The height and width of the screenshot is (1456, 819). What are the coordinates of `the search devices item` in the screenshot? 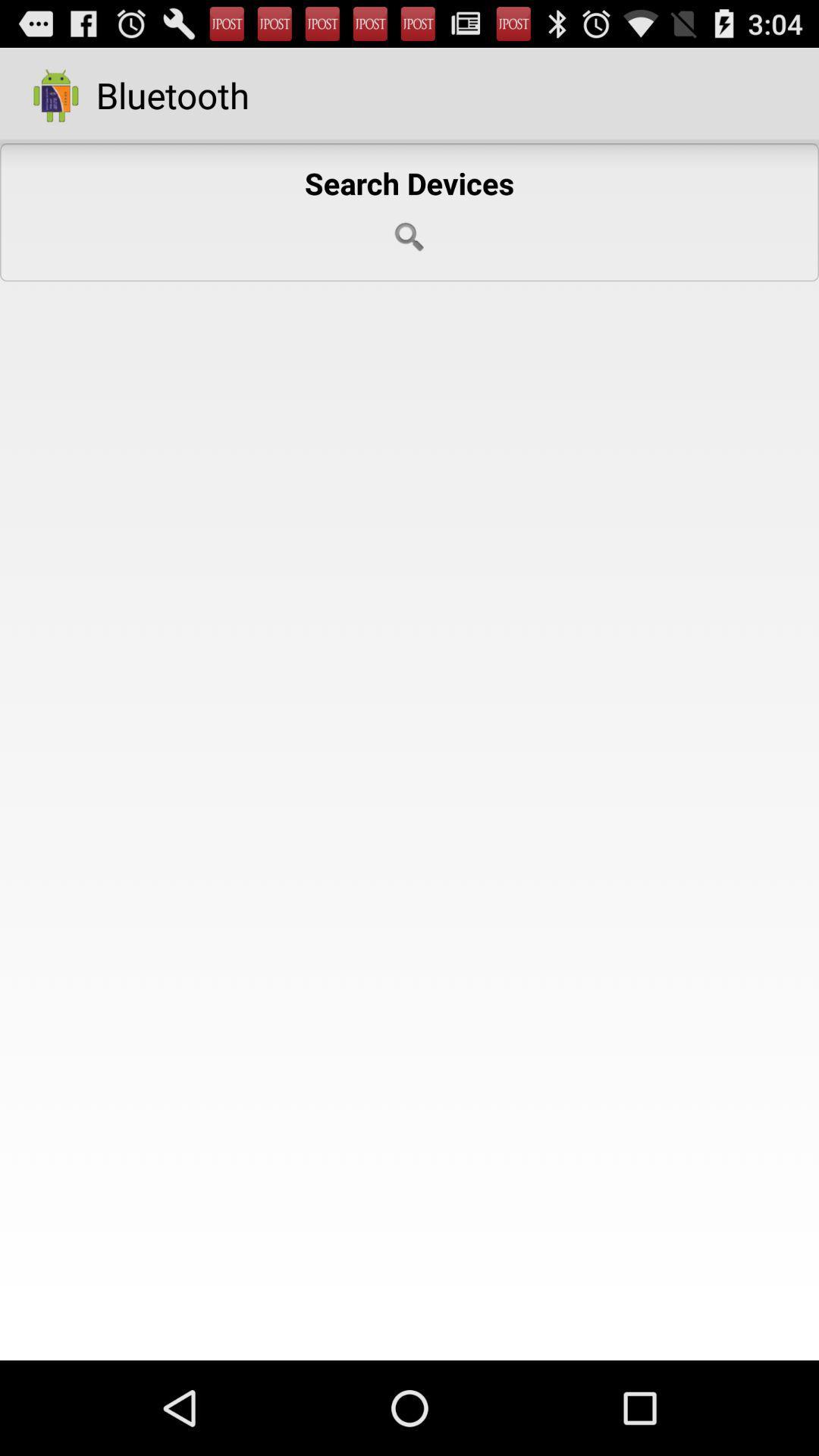 It's located at (409, 212).